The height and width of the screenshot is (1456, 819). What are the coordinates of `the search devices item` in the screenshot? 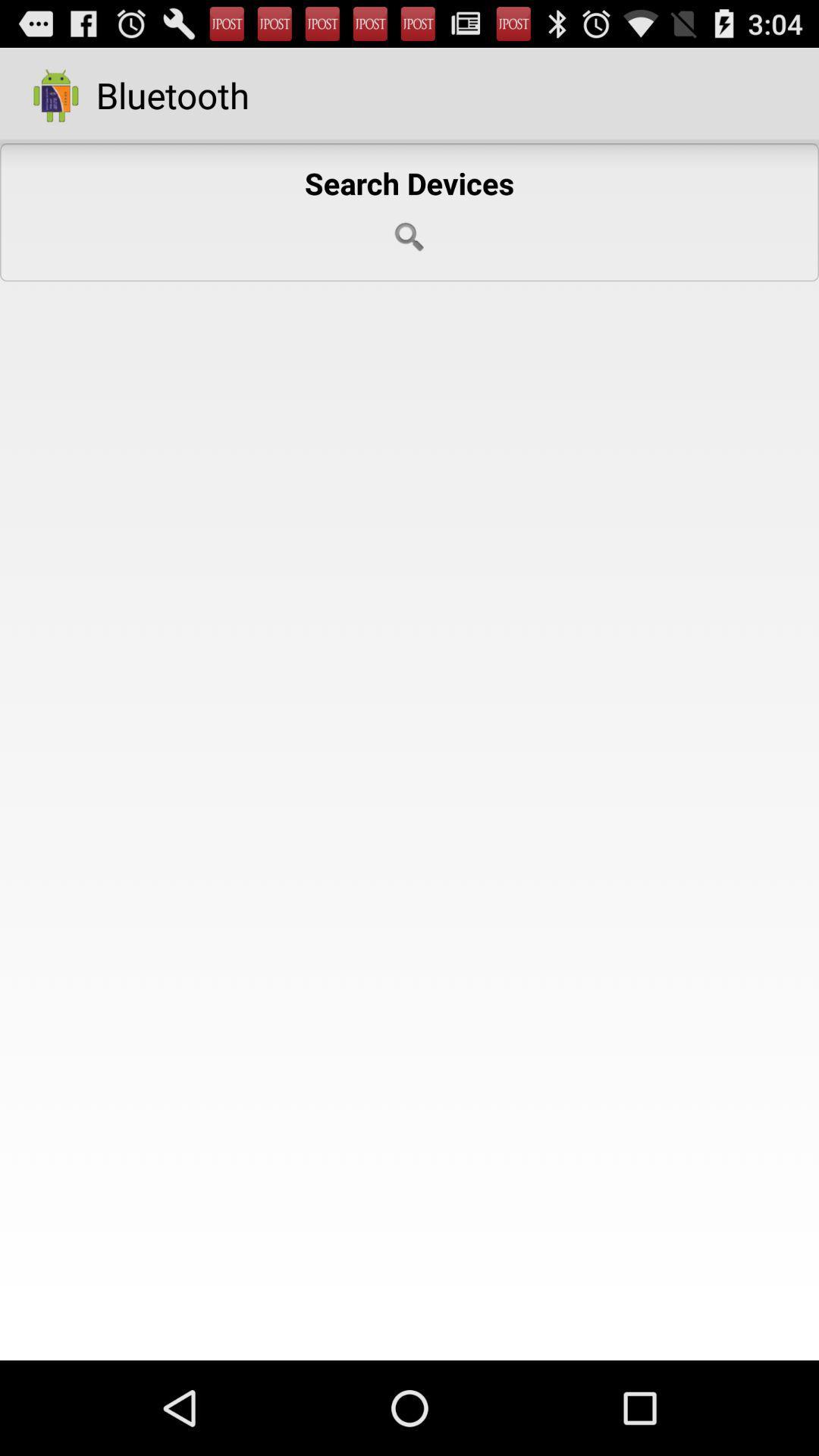 It's located at (409, 212).